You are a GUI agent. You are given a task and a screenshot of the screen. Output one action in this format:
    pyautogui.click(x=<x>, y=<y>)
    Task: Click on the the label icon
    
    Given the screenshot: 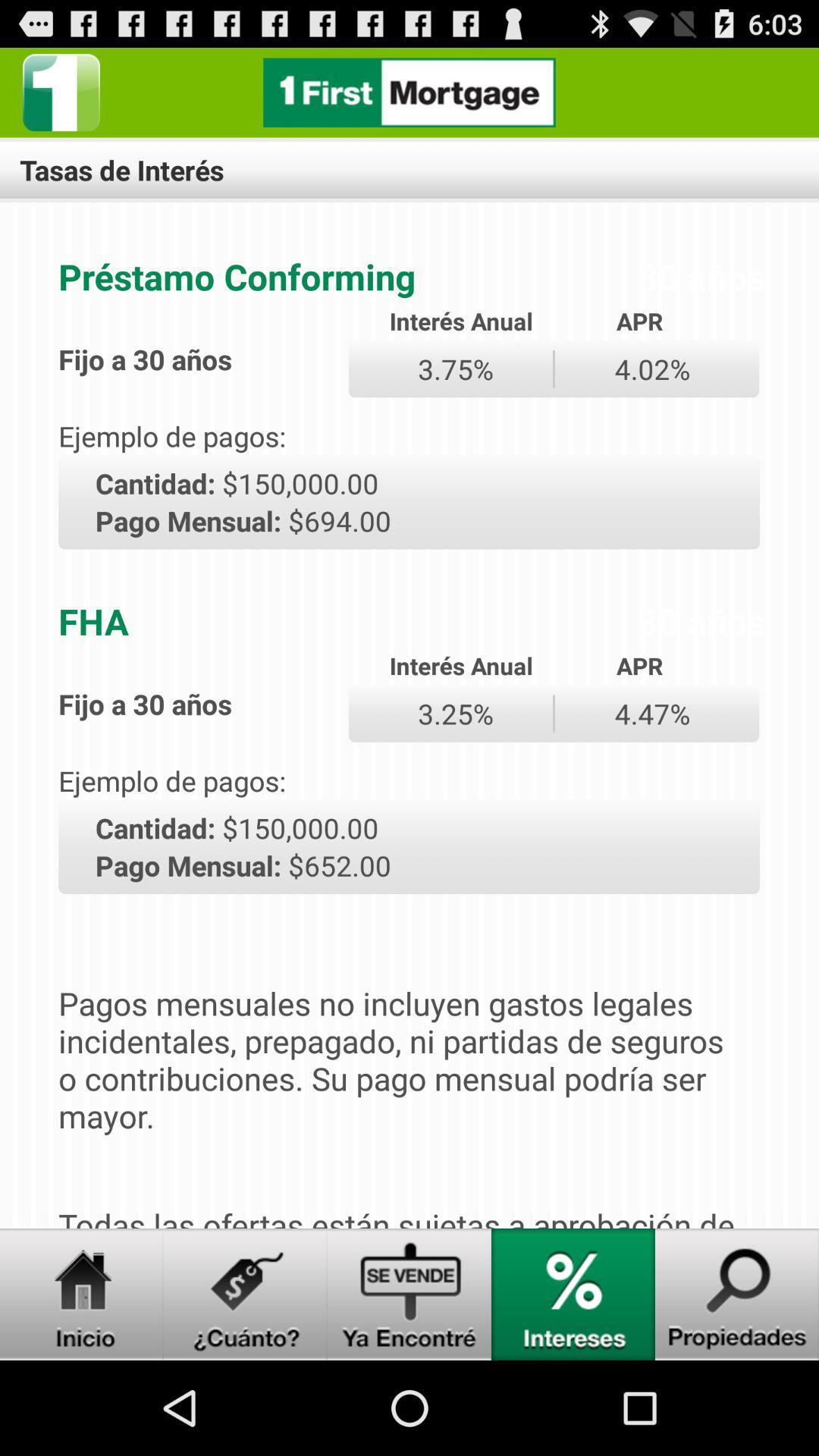 What is the action you would take?
    pyautogui.click(x=245, y=1385)
    